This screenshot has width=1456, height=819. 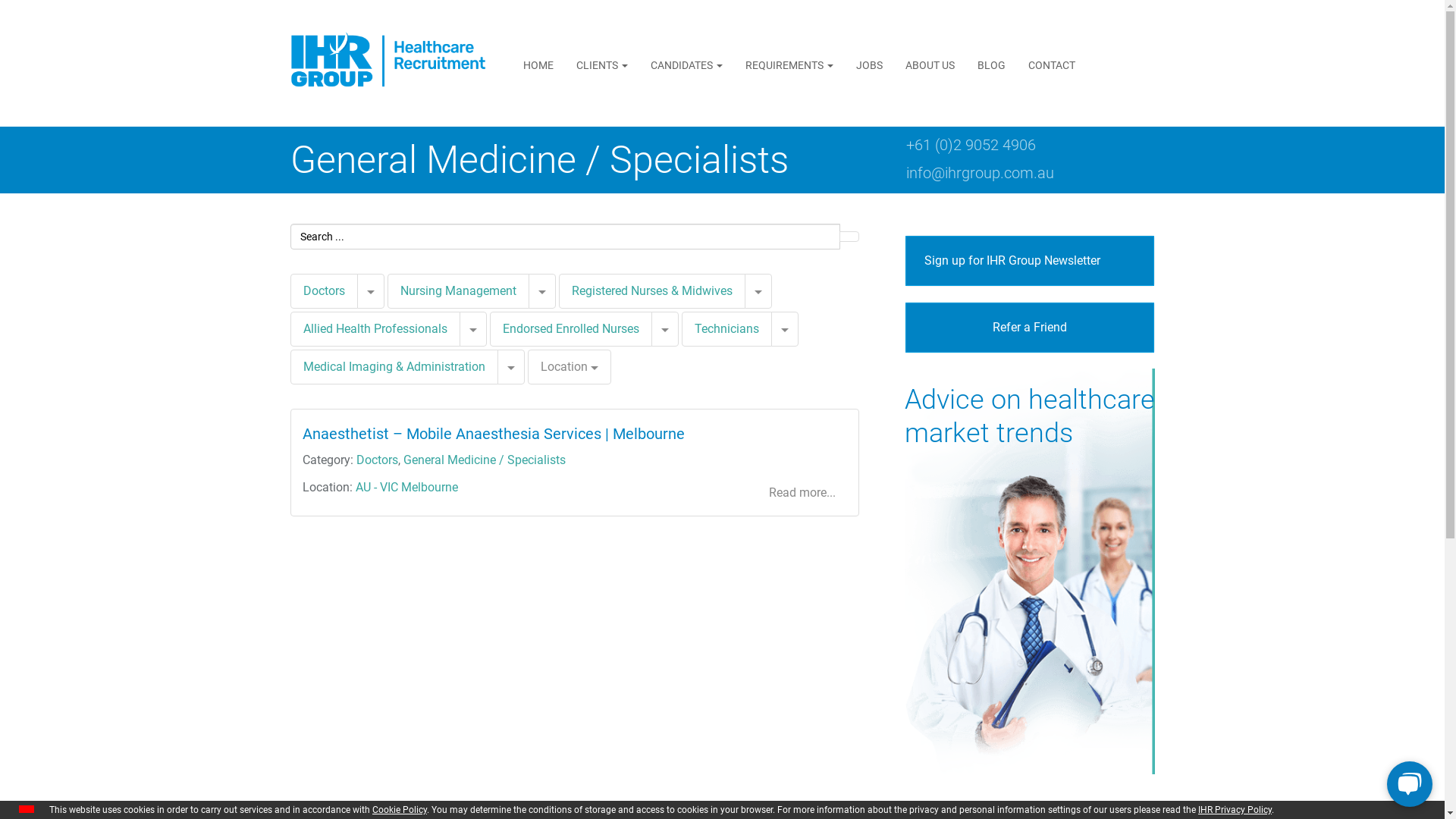 I want to click on 'Medical Imaging & Administration', so click(x=393, y=366).